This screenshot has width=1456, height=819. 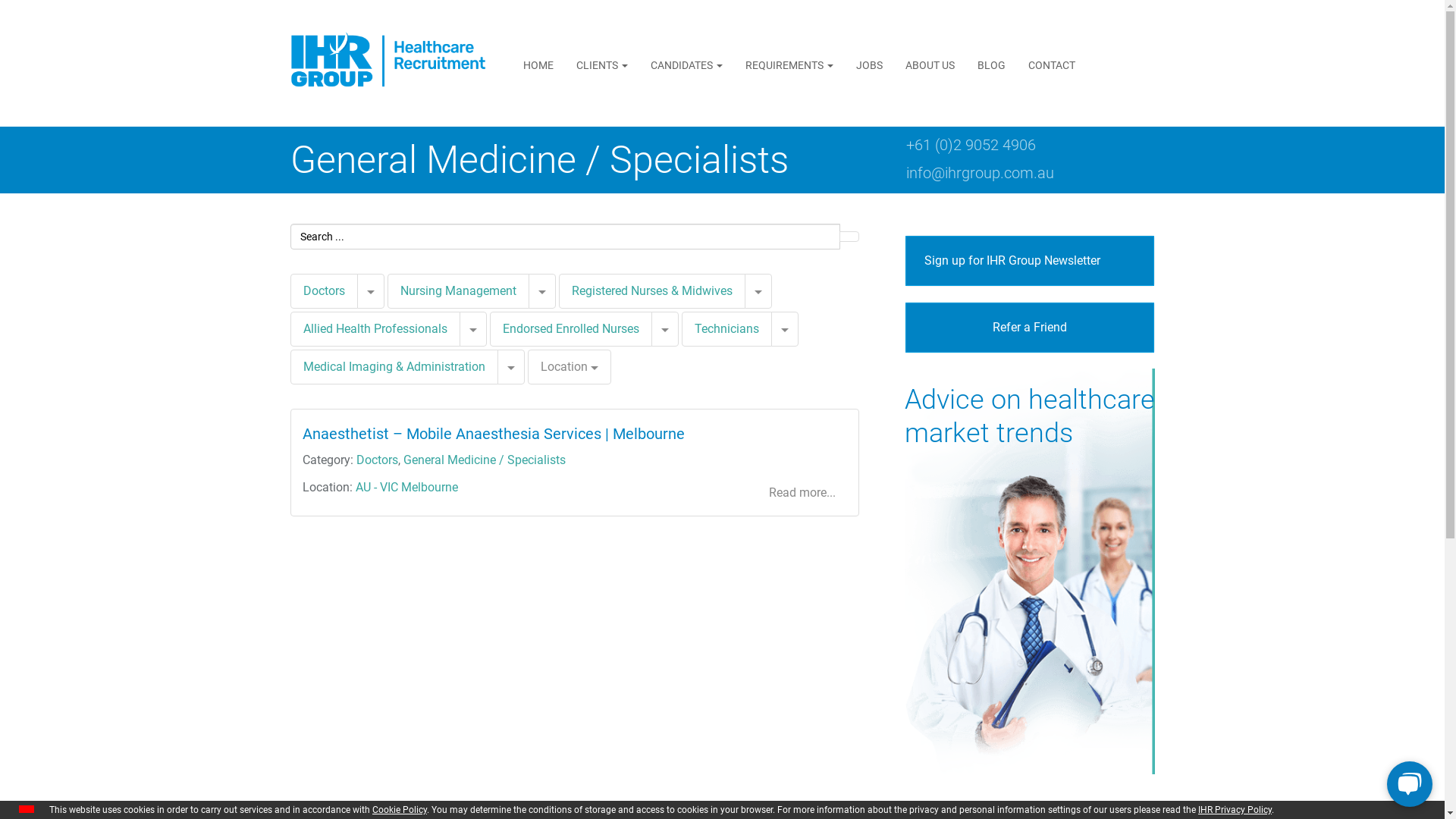 I want to click on 'Medical Imaging & Administration', so click(x=393, y=366).